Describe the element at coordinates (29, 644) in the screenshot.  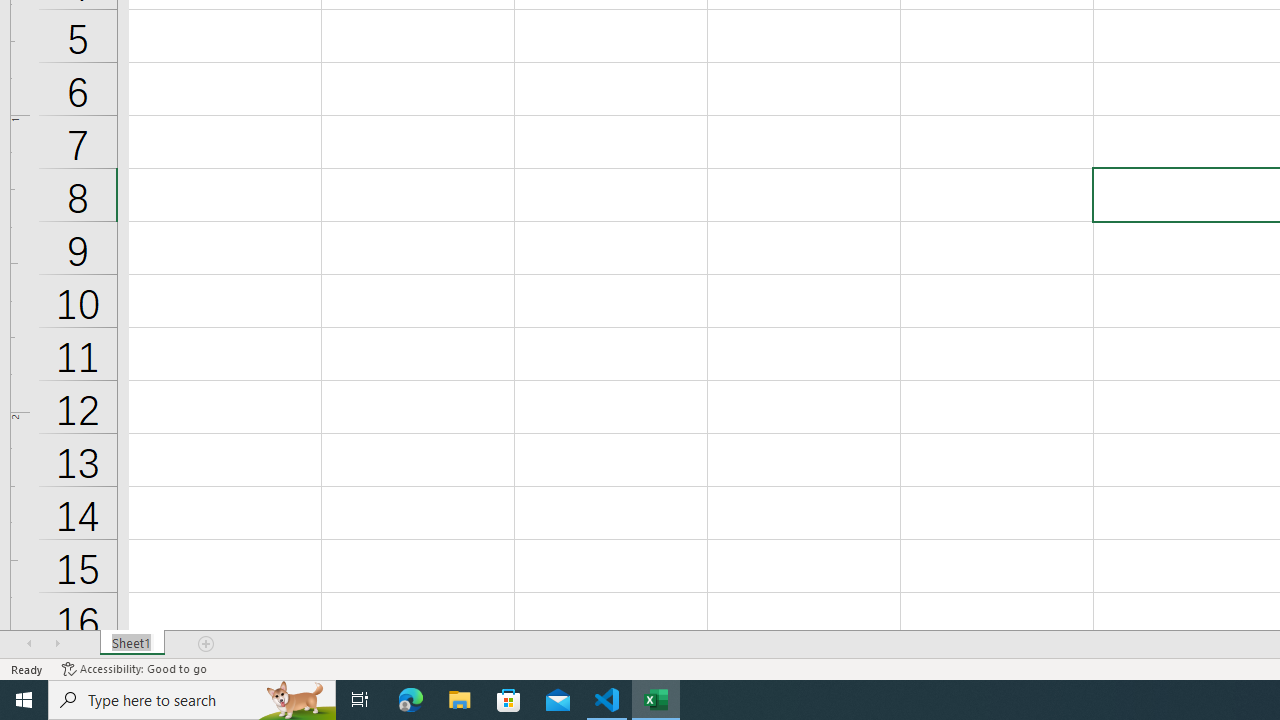
I see `'Scroll Left'` at that location.